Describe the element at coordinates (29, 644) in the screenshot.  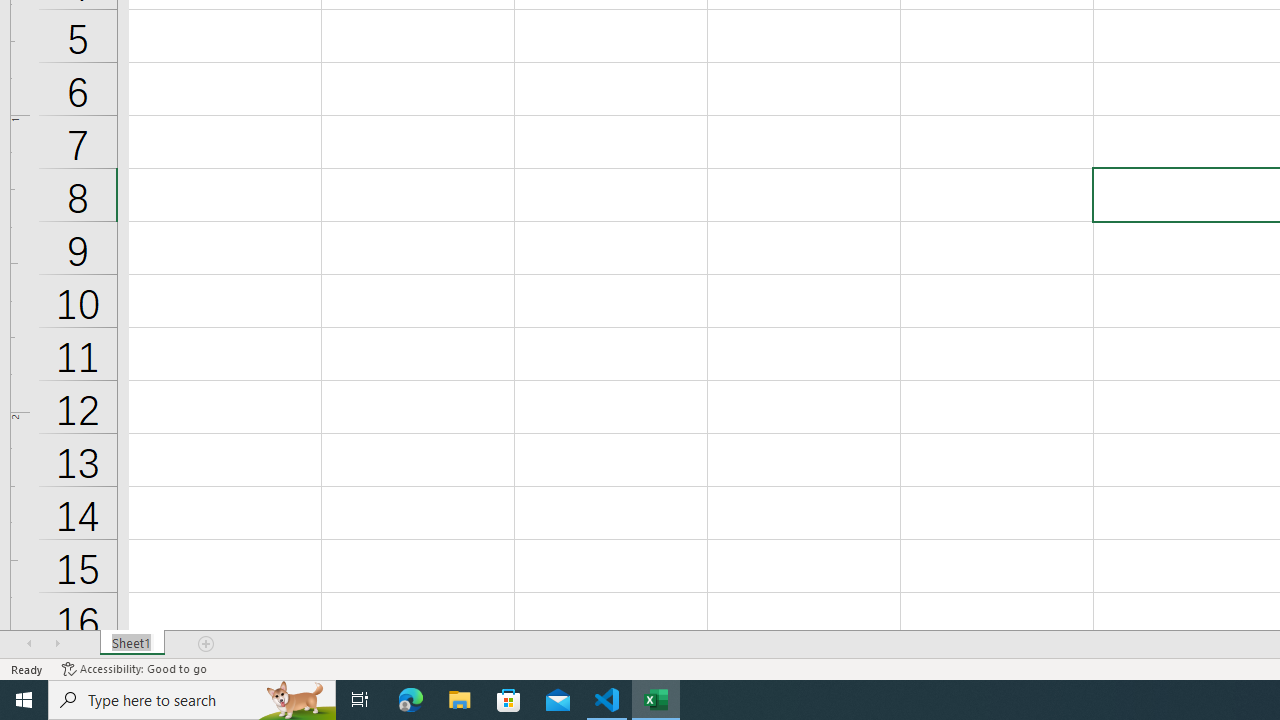
I see `'Scroll Left'` at that location.